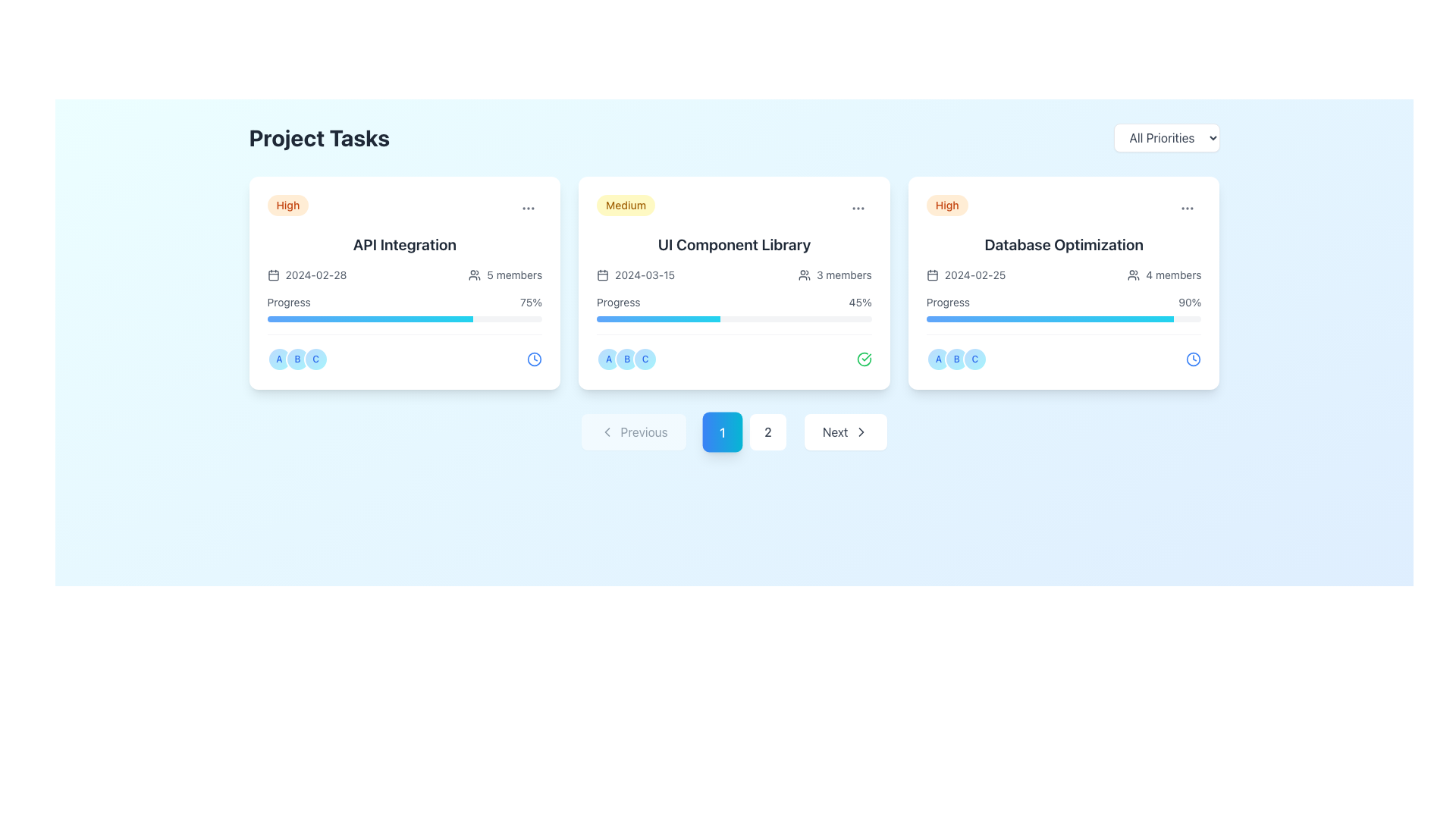  Describe the element at coordinates (404, 308) in the screenshot. I see `the 'Progress' text within the progress bar component that displays '75%' to interact with the progress information` at that location.